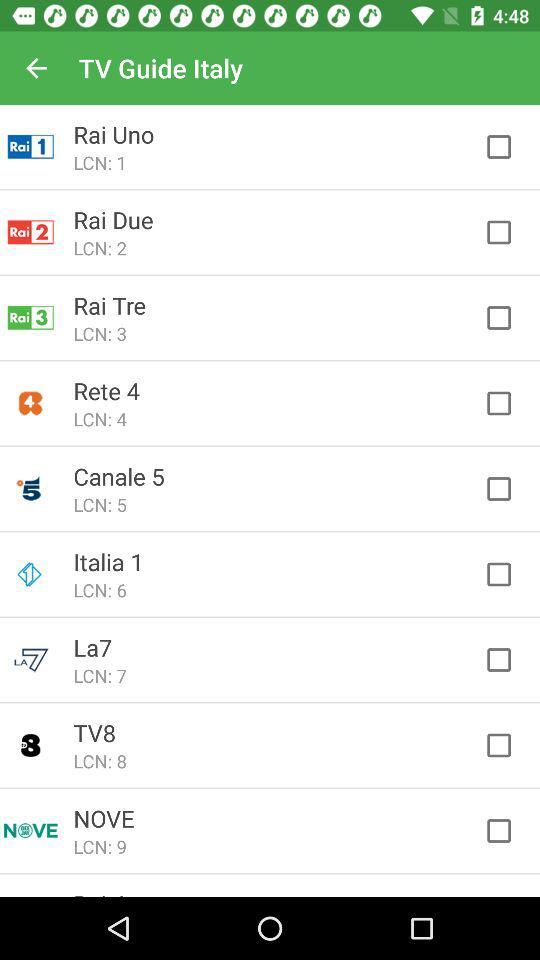  What do you see at coordinates (509, 830) in the screenshot?
I see `the bottom right checkbox` at bounding box center [509, 830].